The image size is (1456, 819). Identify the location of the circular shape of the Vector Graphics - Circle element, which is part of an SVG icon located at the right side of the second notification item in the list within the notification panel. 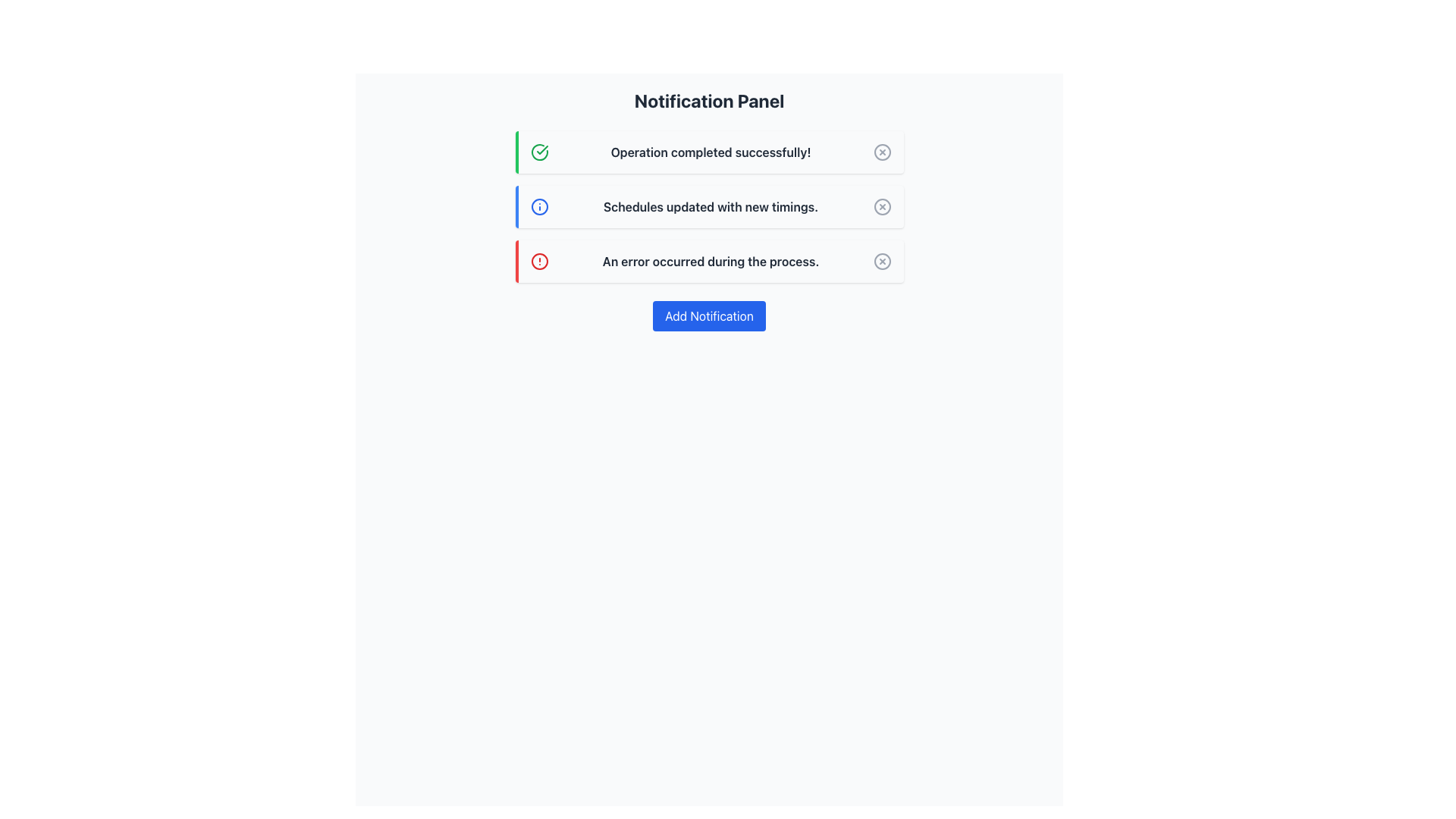
(882, 207).